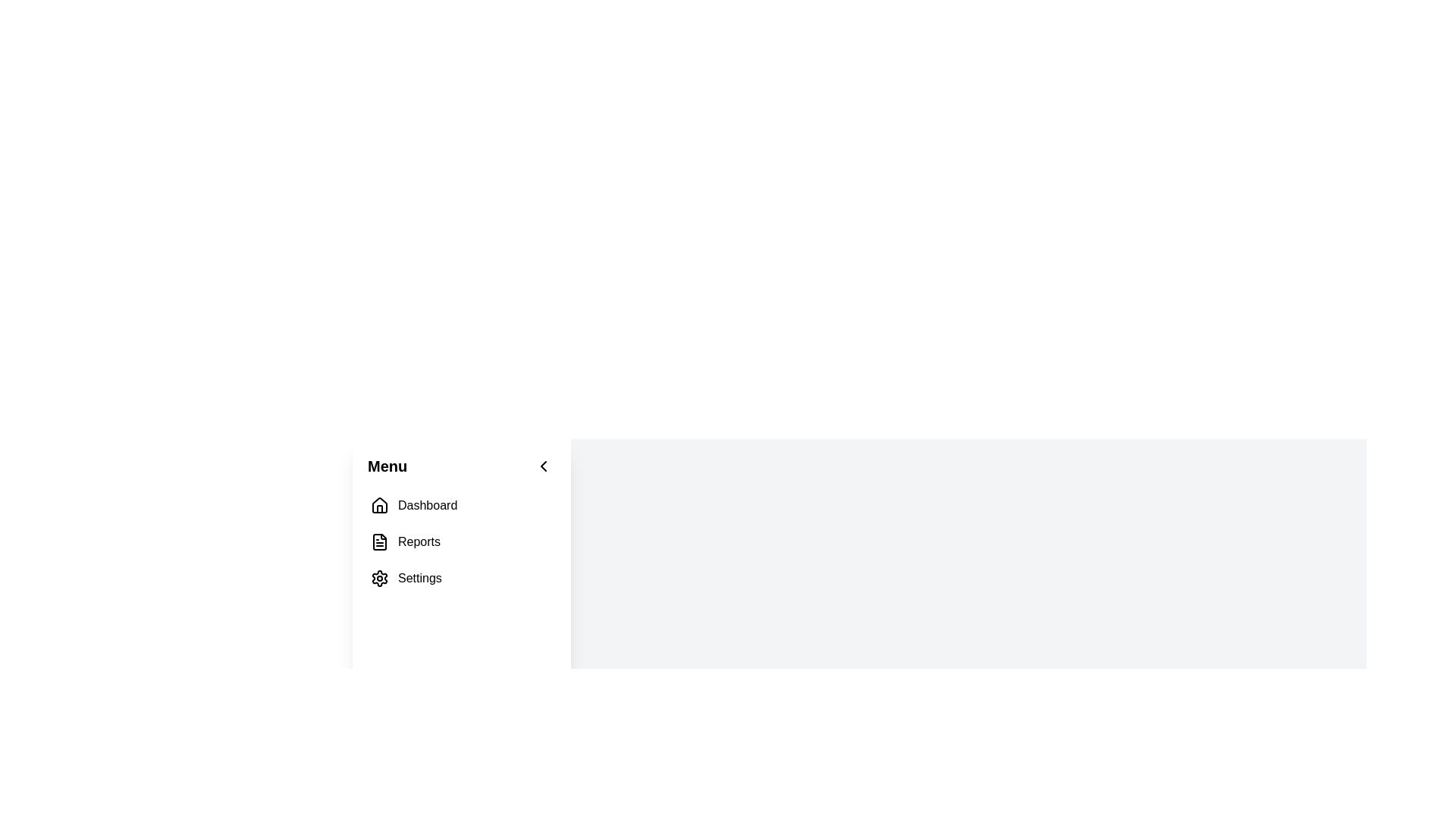  I want to click on the gear icon at the start of the 'Settings' menu item, so click(379, 579).